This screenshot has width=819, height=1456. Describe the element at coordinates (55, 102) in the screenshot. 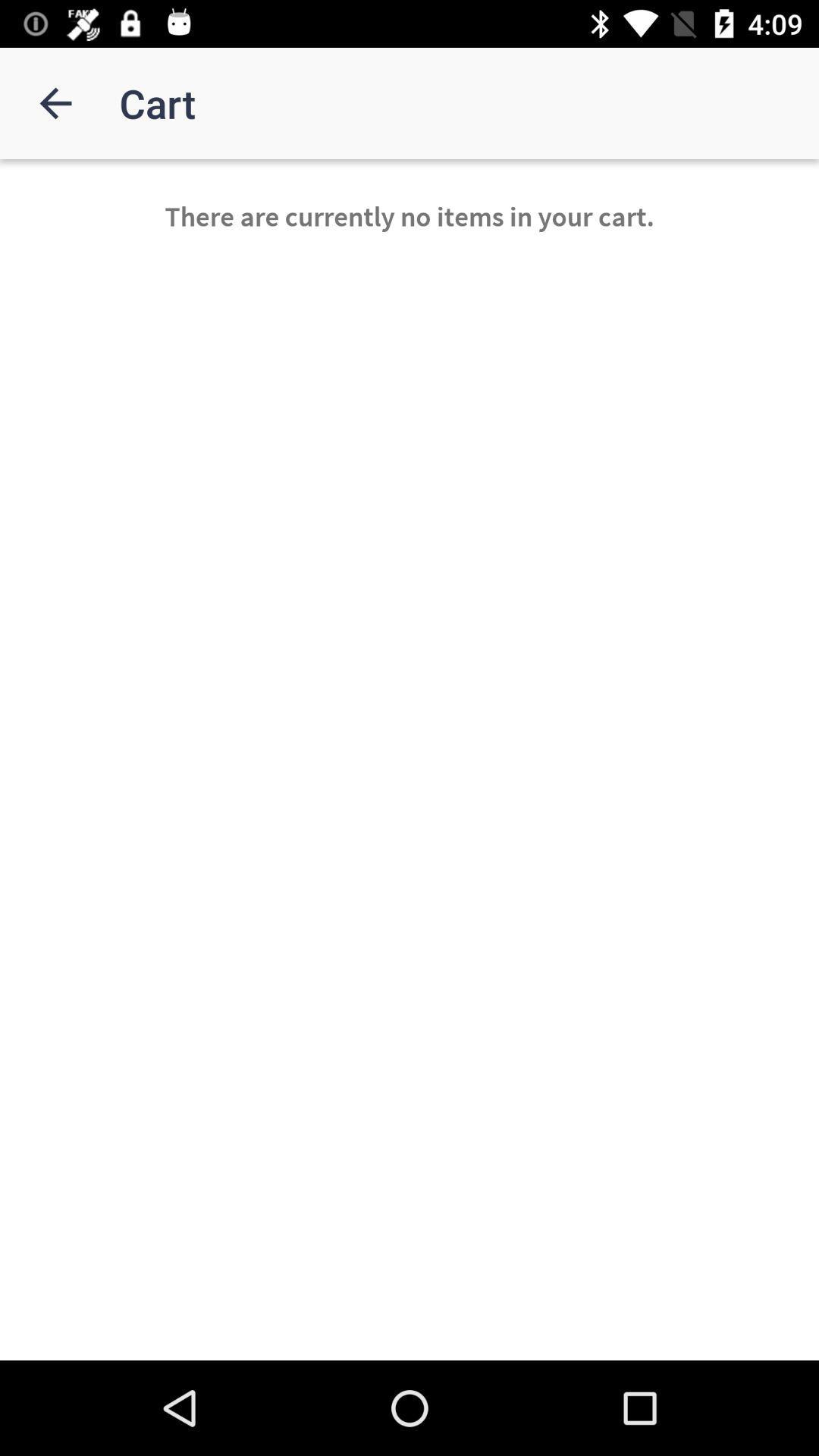

I see `the icon above there are currently` at that location.